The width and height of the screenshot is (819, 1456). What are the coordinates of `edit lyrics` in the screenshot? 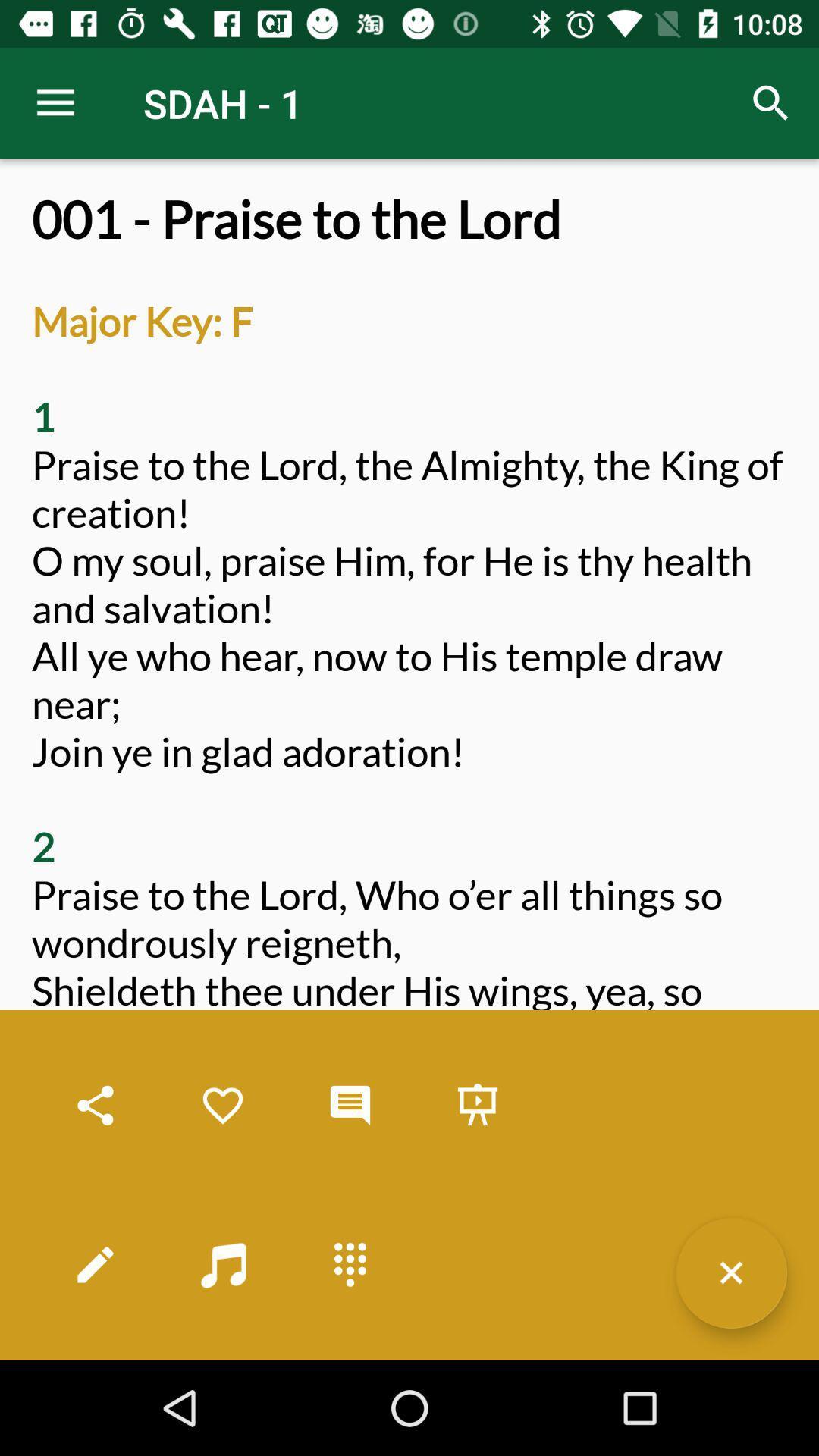 It's located at (96, 1264).